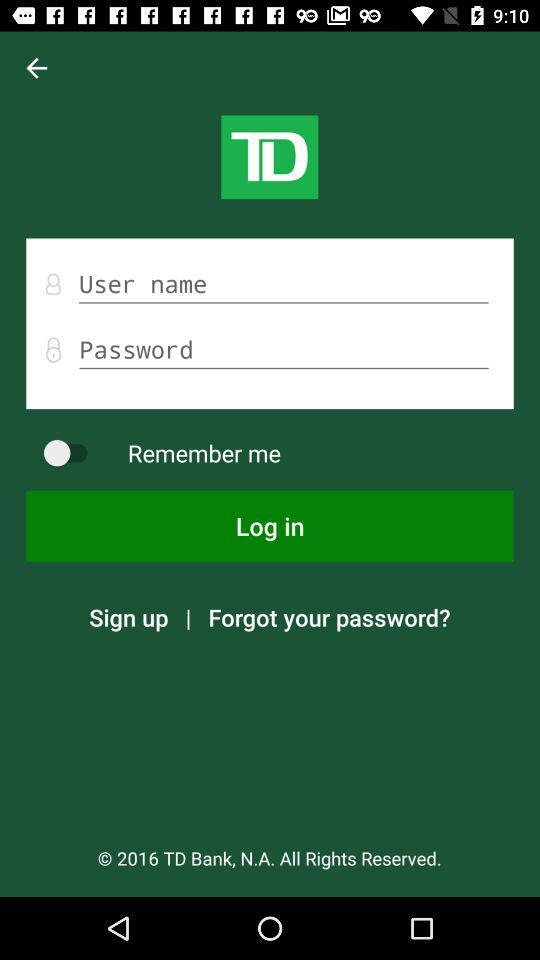  Describe the element at coordinates (270, 525) in the screenshot. I see `the log in icon` at that location.